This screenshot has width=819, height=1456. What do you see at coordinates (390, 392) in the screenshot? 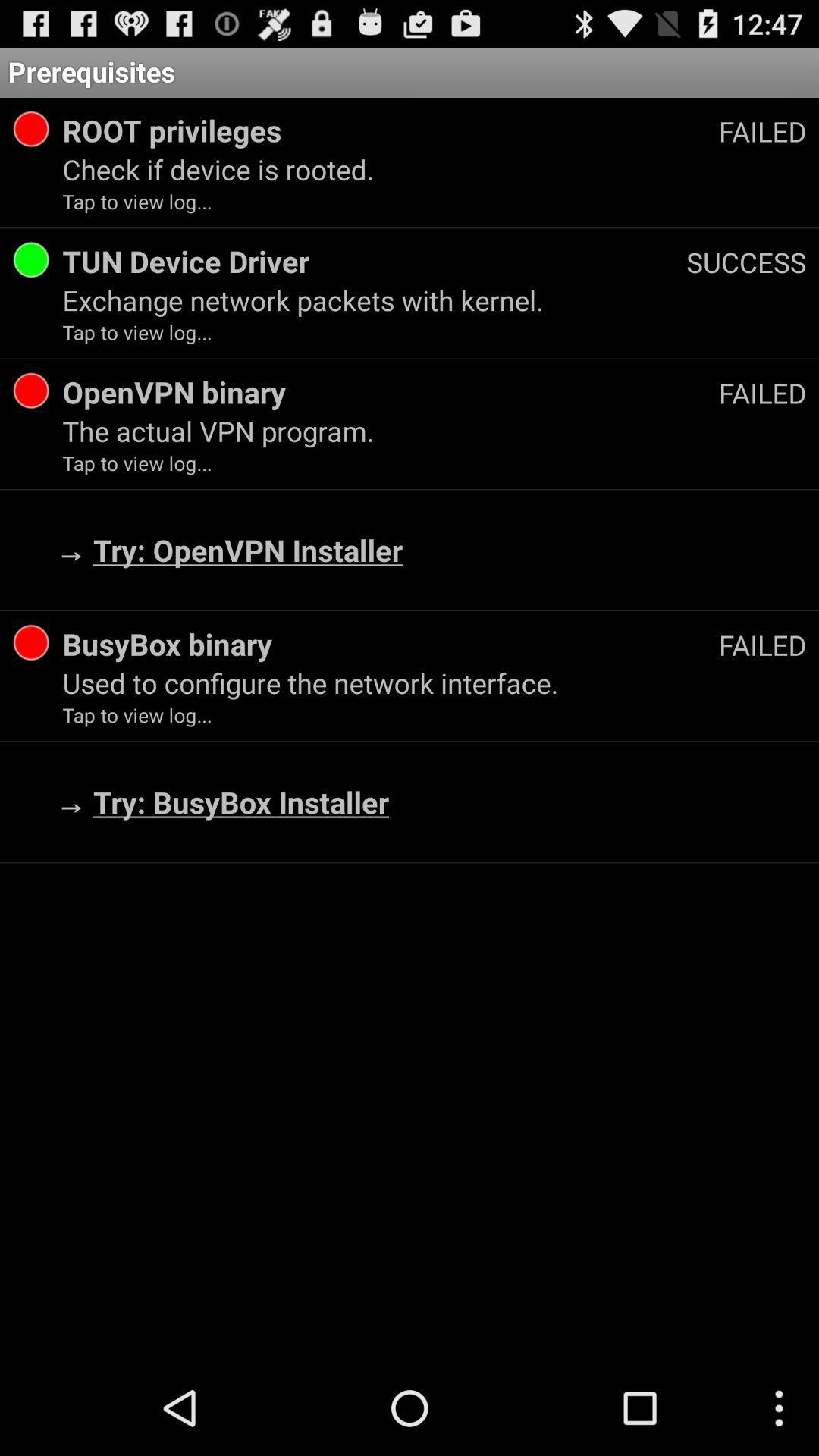
I see `the openvpn binary icon` at bounding box center [390, 392].